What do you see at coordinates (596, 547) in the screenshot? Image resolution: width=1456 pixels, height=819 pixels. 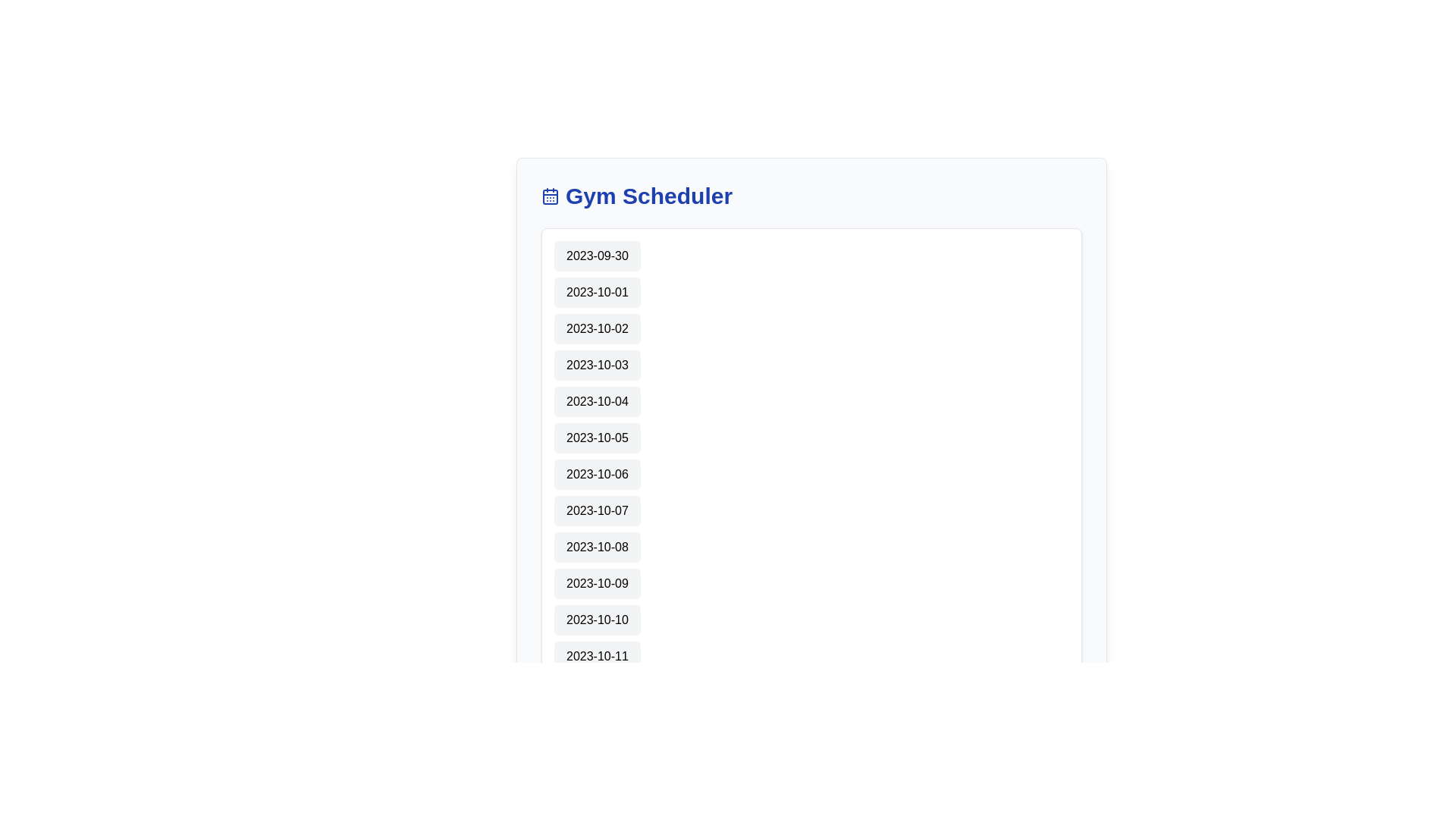 I see `the selectable date option button located in the scheduler interface, which is the ninth item in a vertical list of date buttons, positioned between '2023-10-07' and '2023-10-09'` at bounding box center [596, 547].